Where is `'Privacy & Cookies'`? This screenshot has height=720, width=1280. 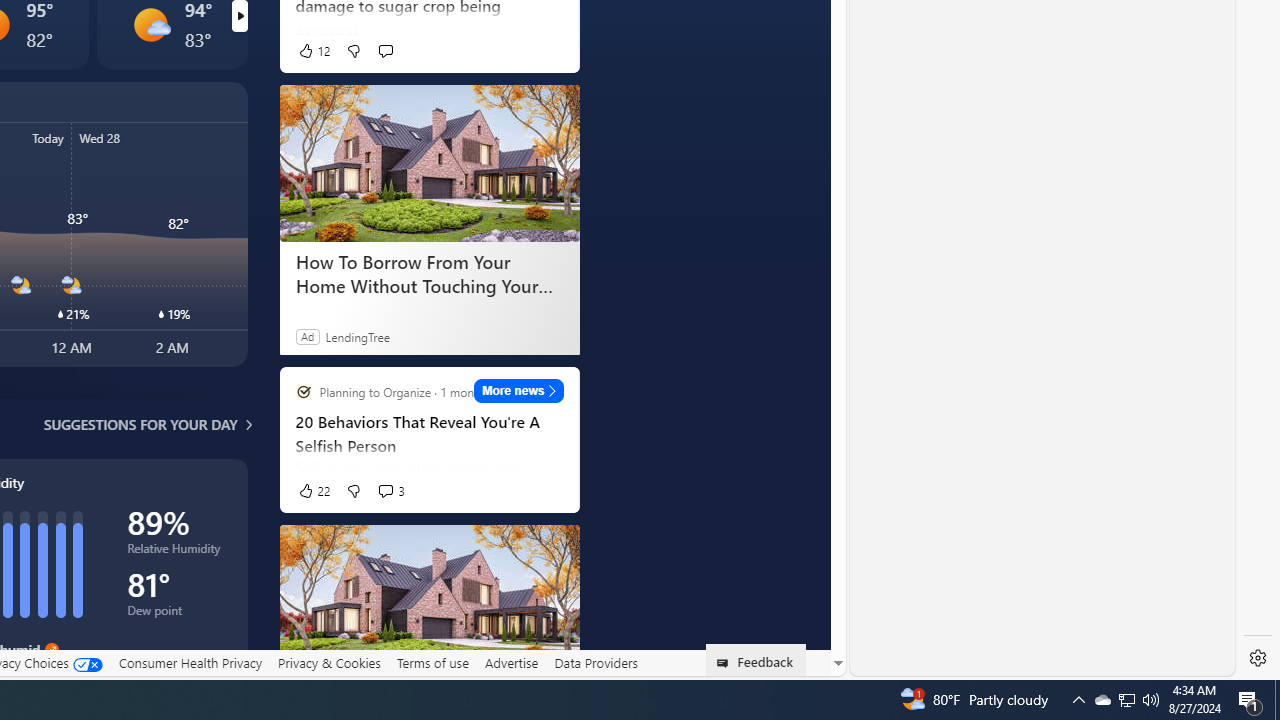 'Privacy & Cookies' is located at coordinates (329, 663).